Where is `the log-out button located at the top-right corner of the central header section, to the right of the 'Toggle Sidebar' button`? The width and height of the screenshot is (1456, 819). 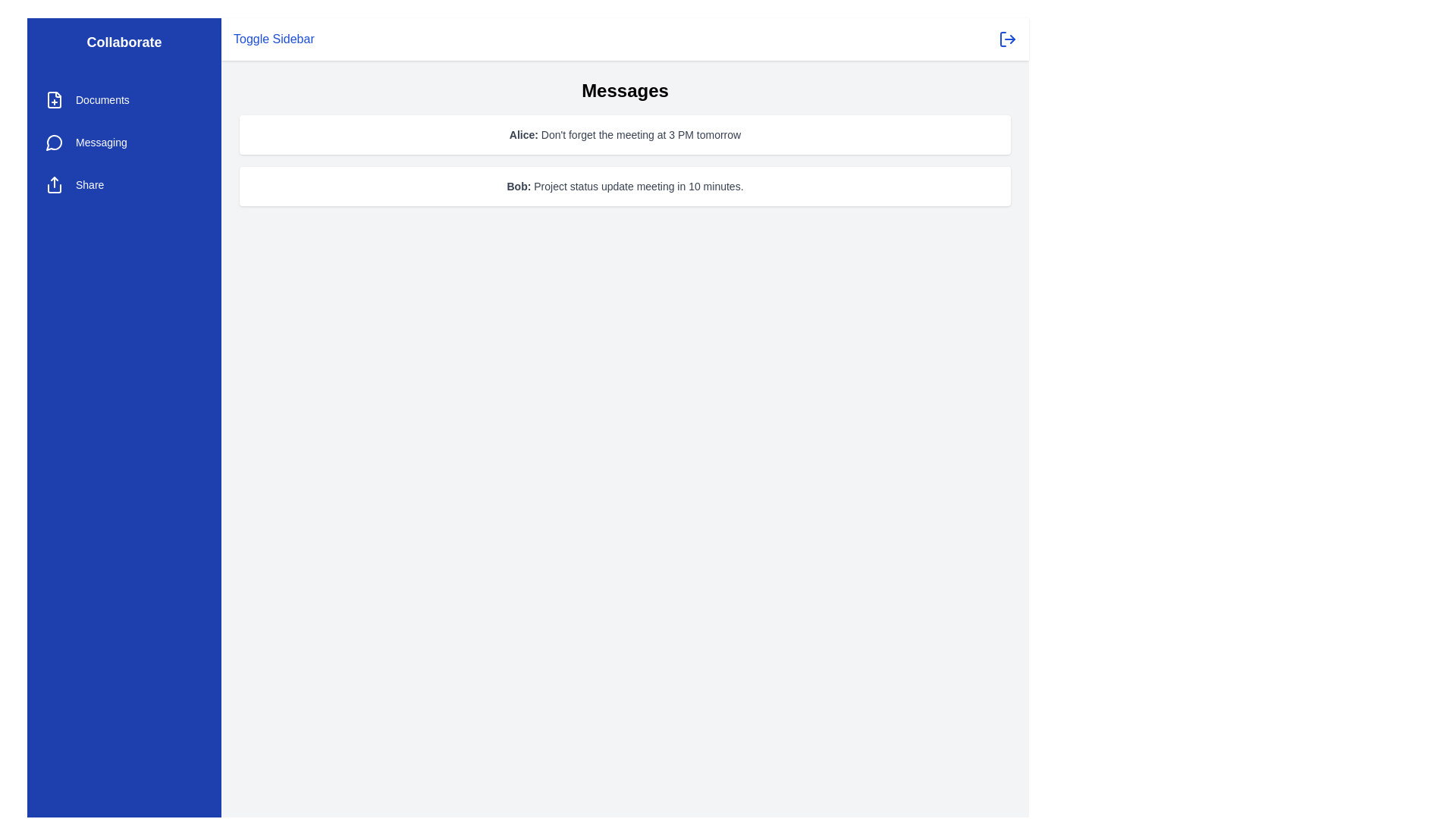
the log-out button located at the top-right corner of the central header section, to the right of the 'Toggle Sidebar' button is located at coordinates (1008, 38).